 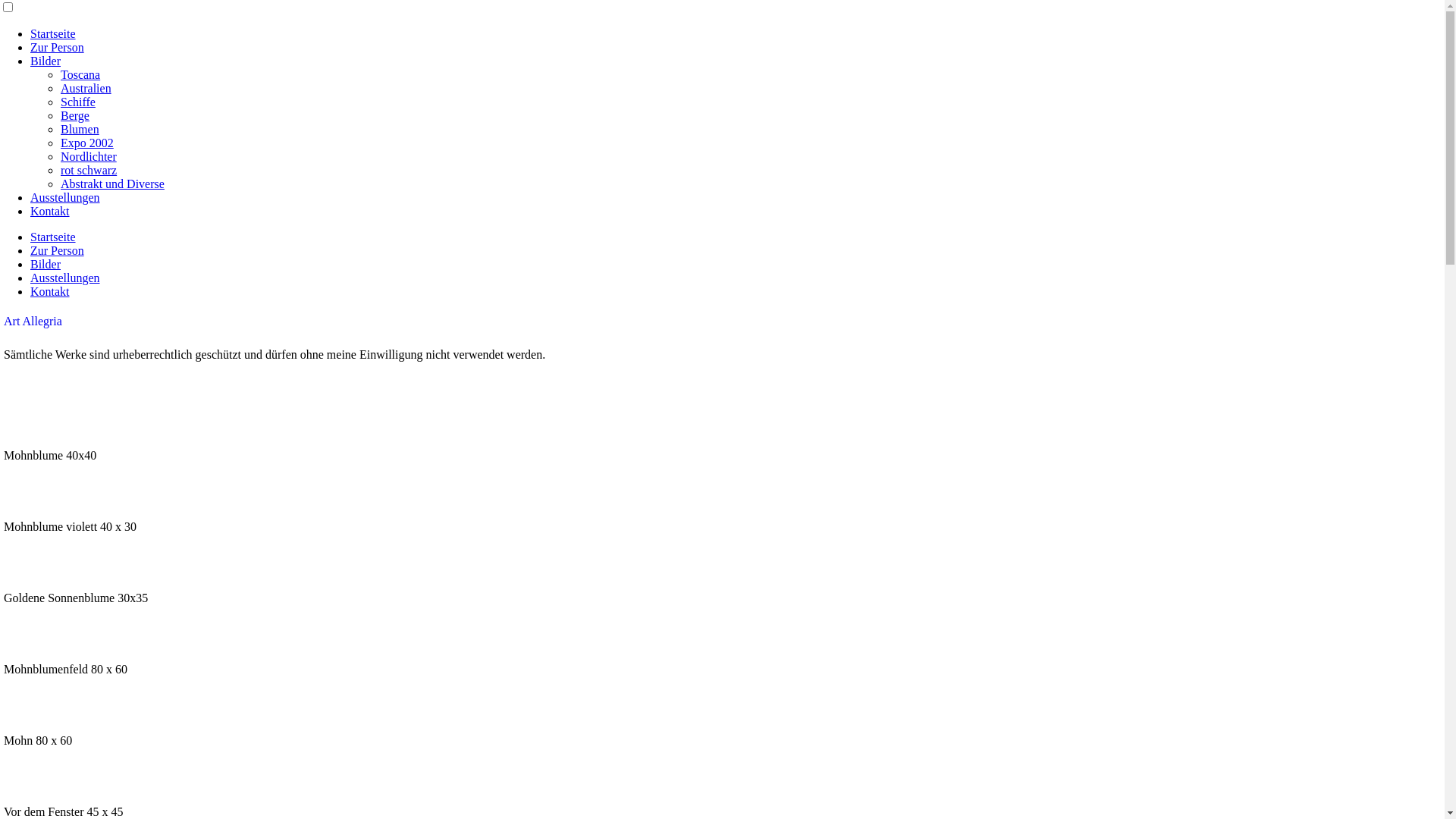 What do you see at coordinates (50, 291) in the screenshot?
I see `'Kontakt'` at bounding box center [50, 291].